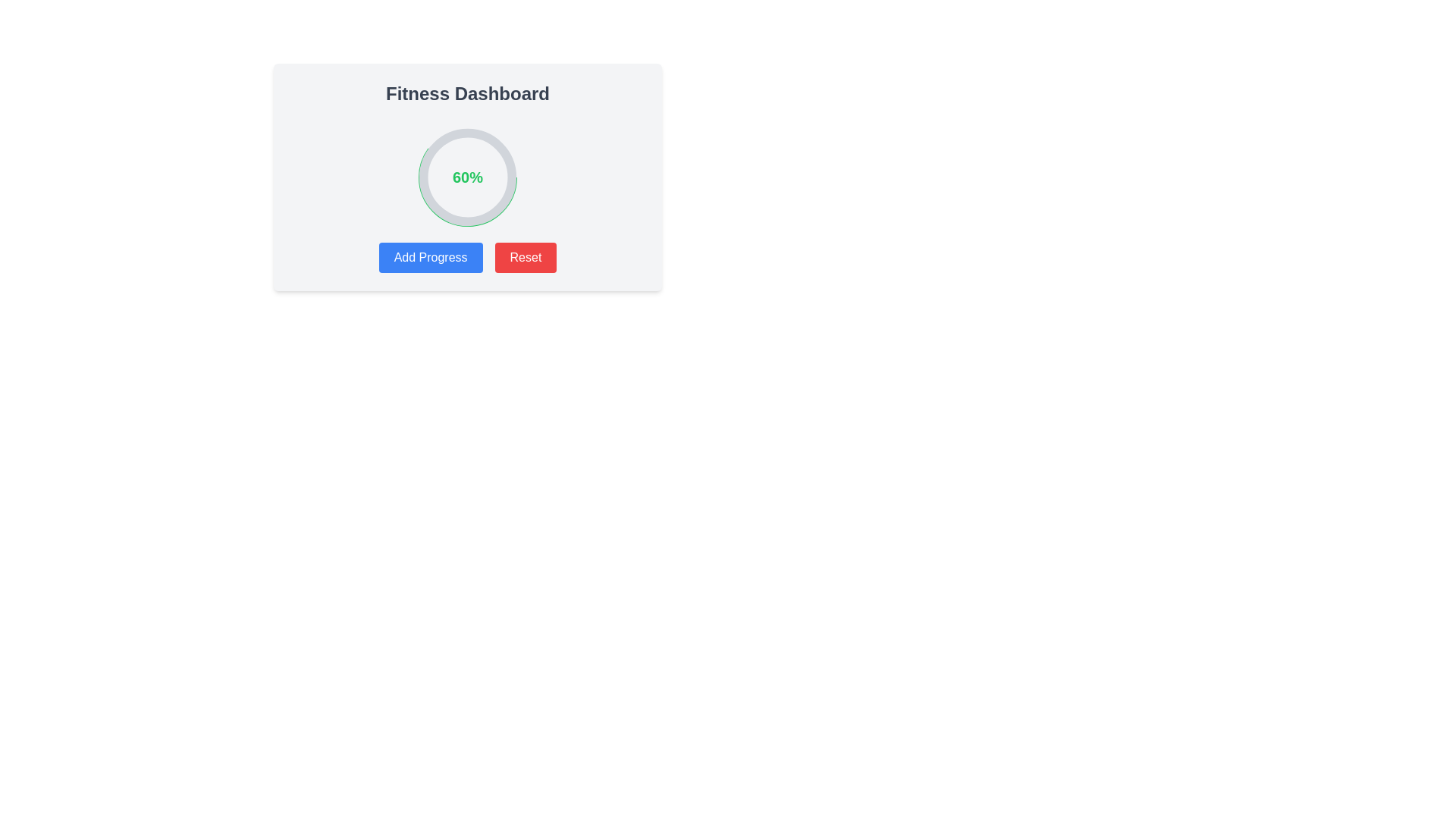 This screenshot has height=819, width=1456. What do you see at coordinates (466, 256) in the screenshot?
I see `the button located at the bottom center of a white card, which allows the user to add progress to the displayed metric` at bounding box center [466, 256].